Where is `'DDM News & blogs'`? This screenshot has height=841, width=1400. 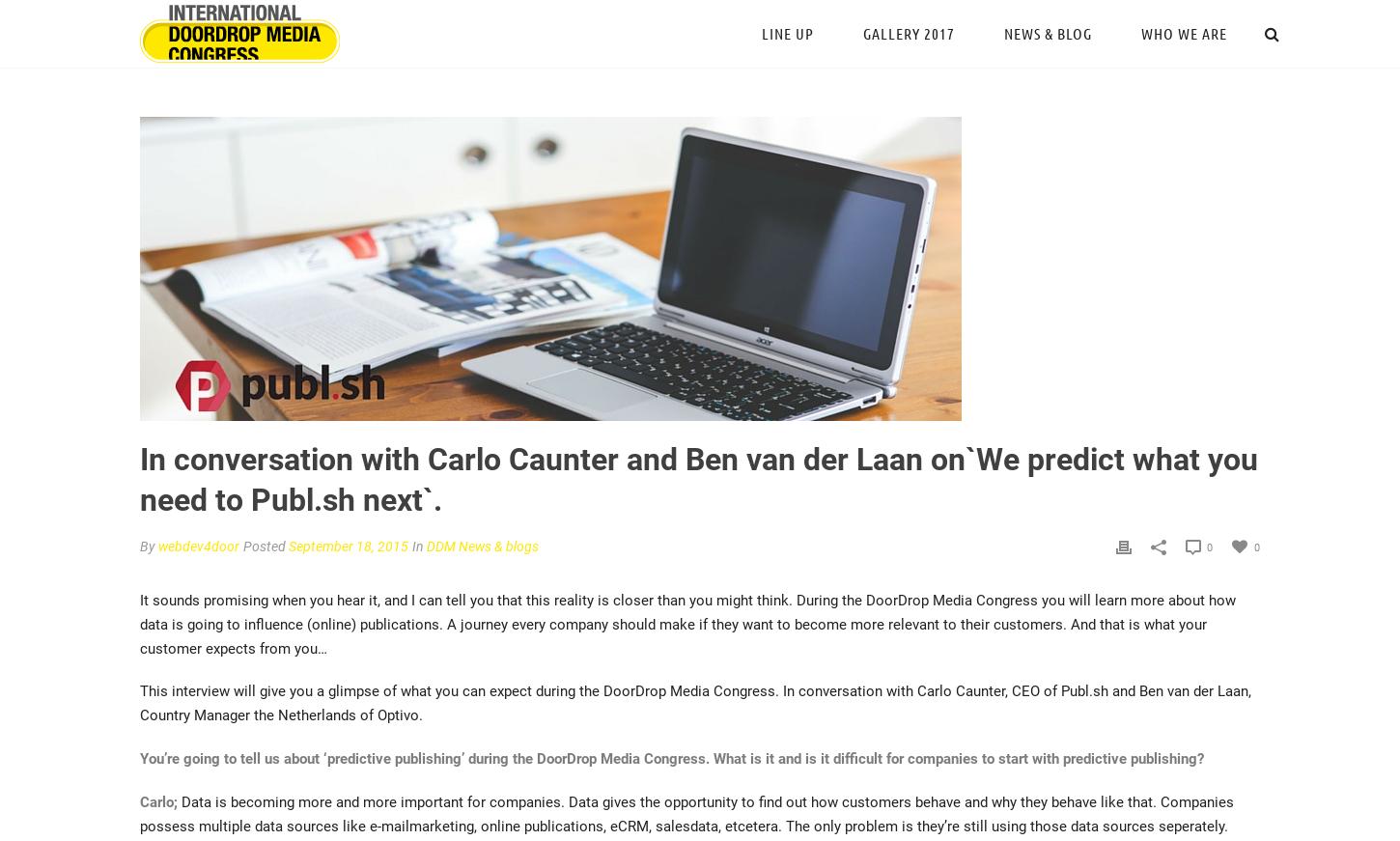
'DDM News & blogs' is located at coordinates (482, 546).